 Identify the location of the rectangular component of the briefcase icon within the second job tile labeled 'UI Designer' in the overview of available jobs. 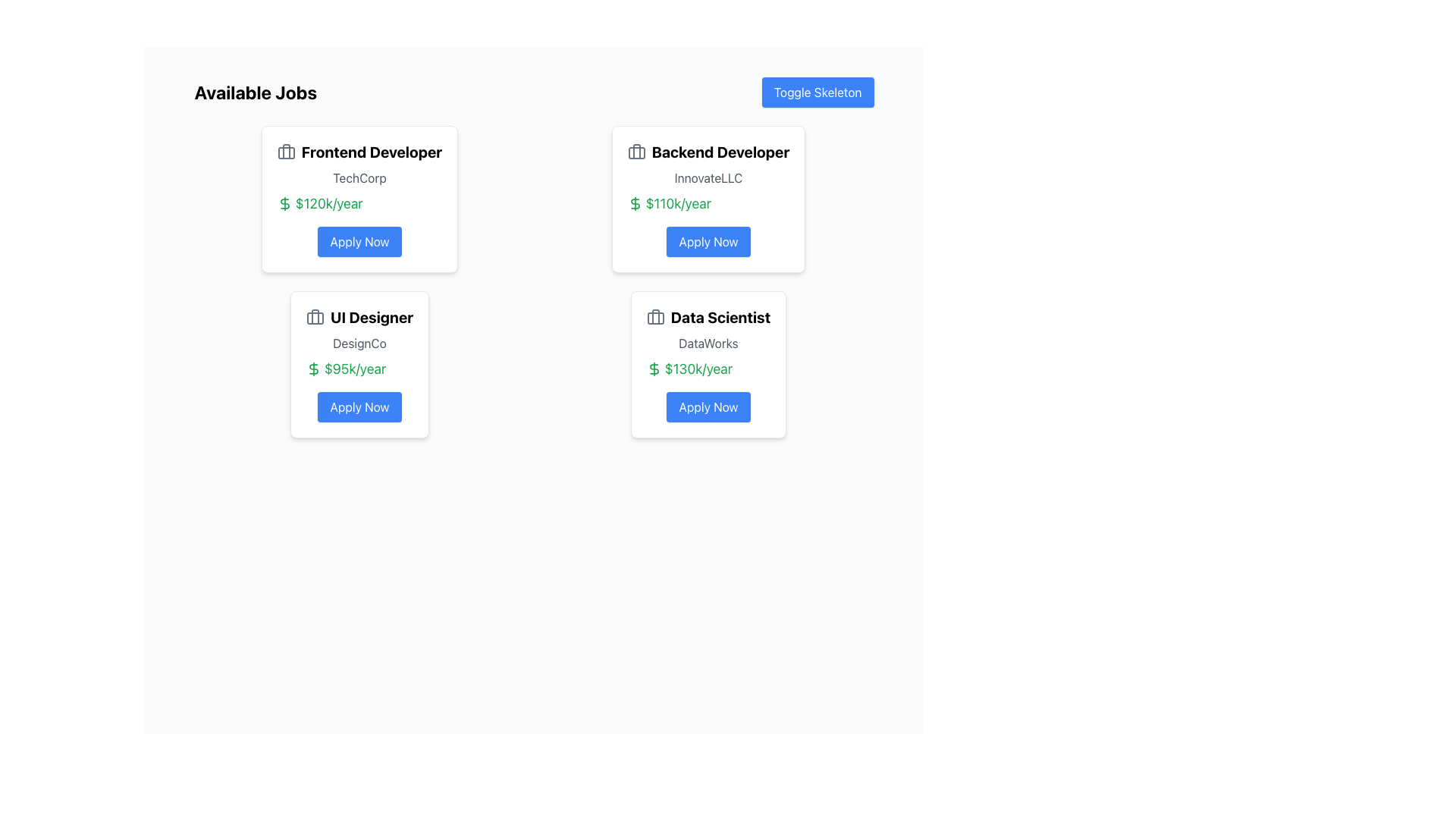
(314, 318).